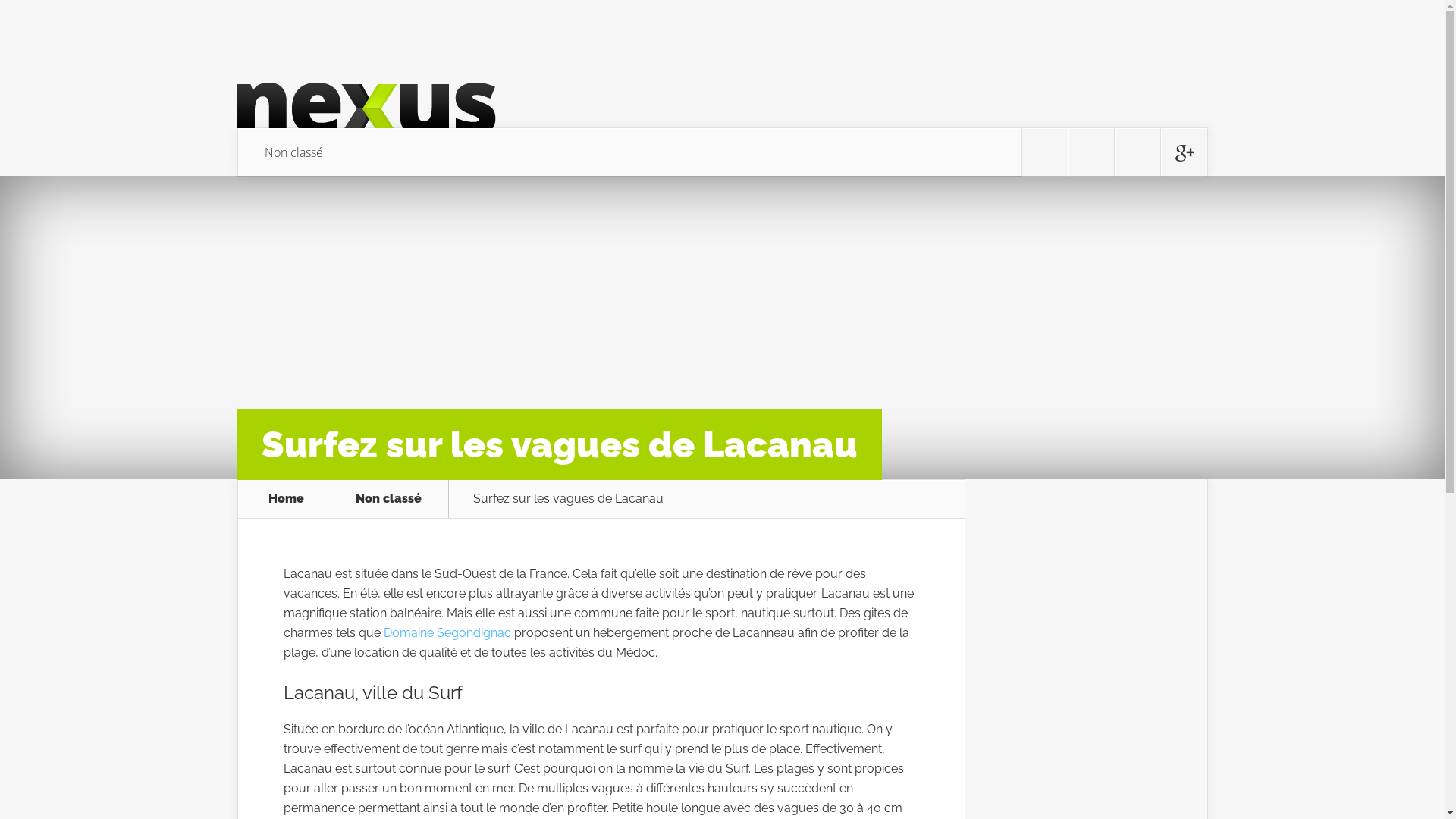  I want to click on 'Follow us on Facebook', so click(1090, 152).